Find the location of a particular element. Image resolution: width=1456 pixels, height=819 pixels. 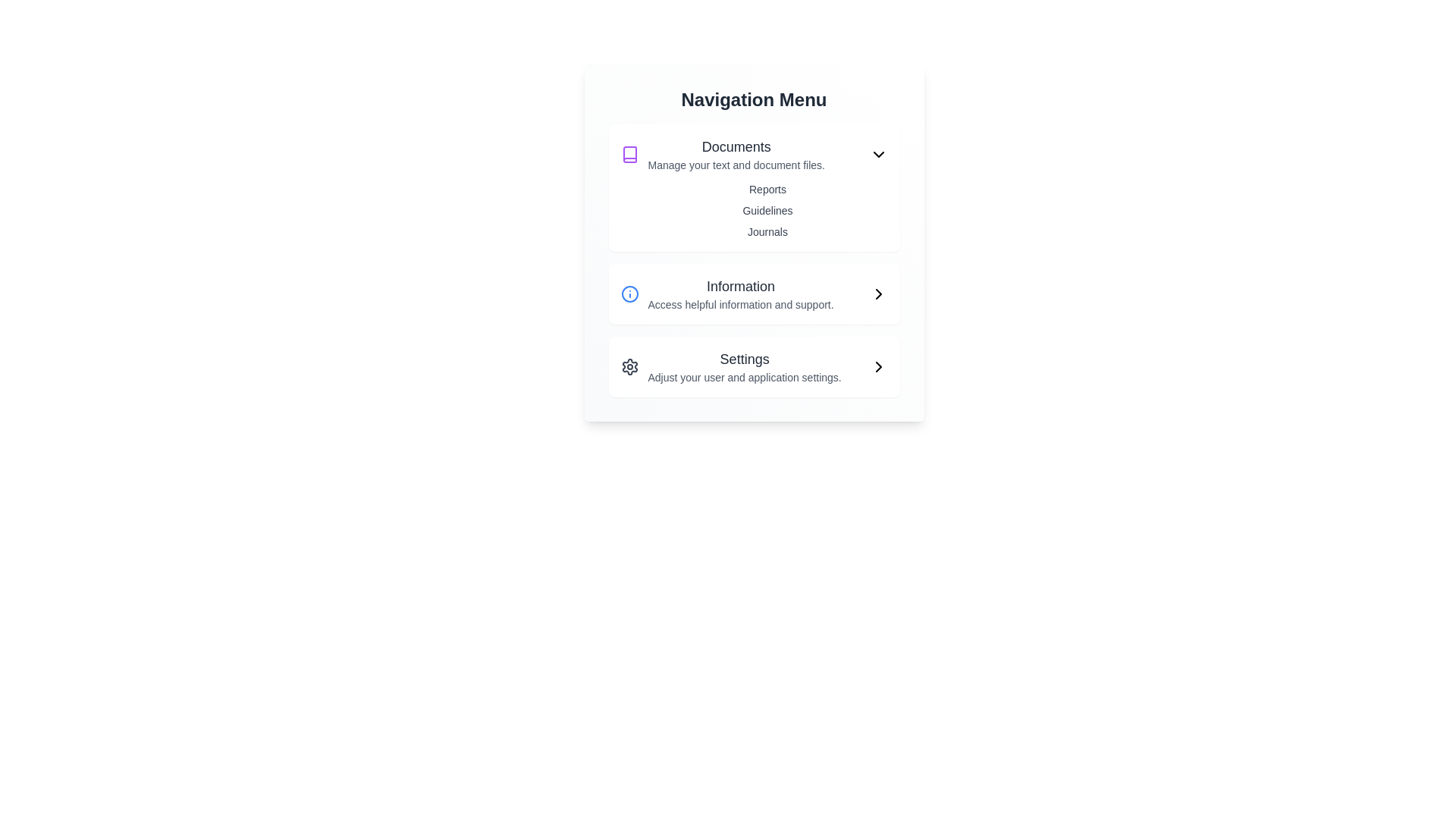

the circular blue icon with an 'i' inside, located to the left of the 'Information' heading in the navigation menu is located at coordinates (629, 294).